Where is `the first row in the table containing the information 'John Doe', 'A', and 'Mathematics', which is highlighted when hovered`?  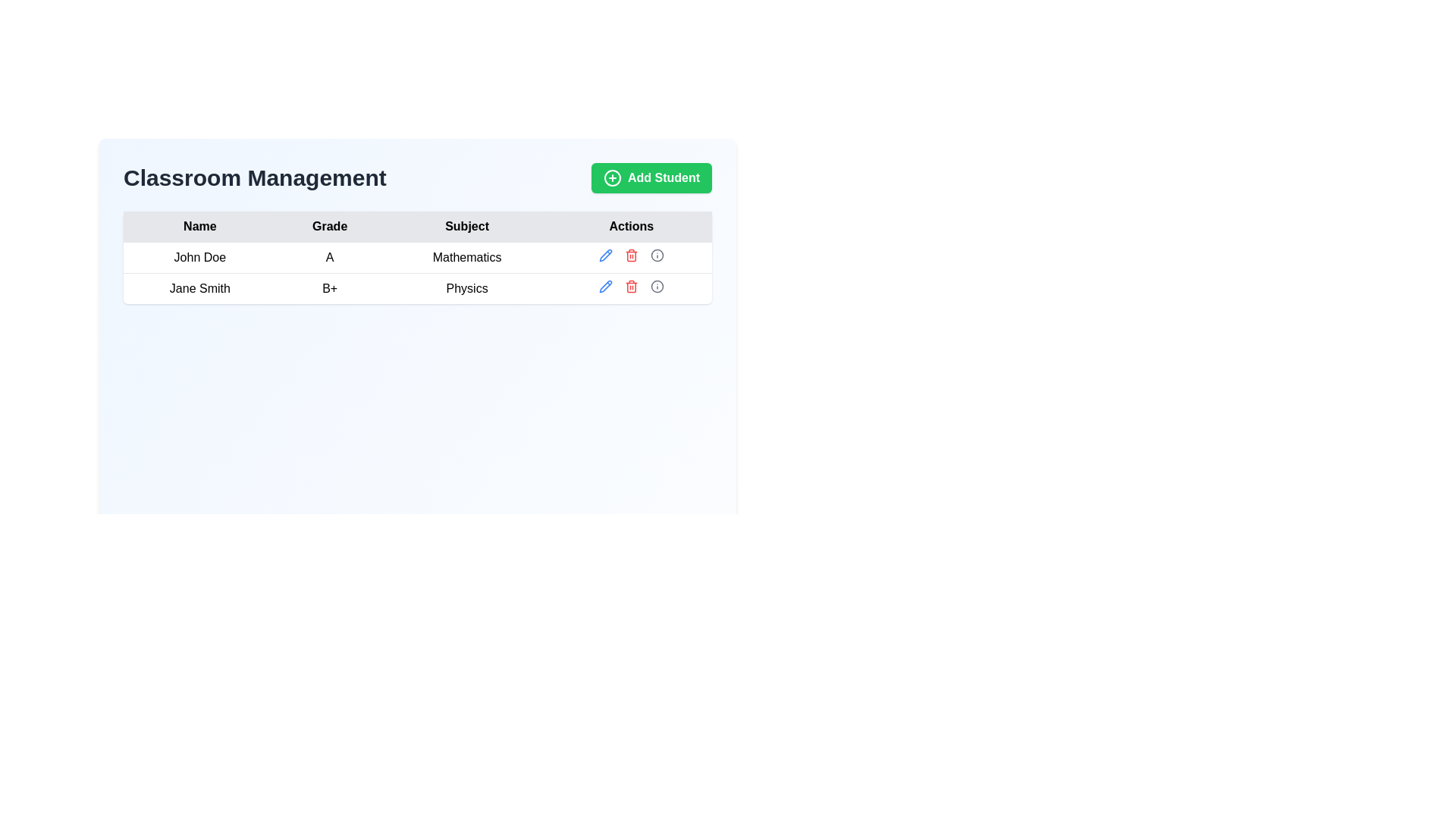 the first row in the table containing the information 'John Doe', 'A', and 'Mathematics', which is highlighted when hovered is located at coordinates (418, 256).